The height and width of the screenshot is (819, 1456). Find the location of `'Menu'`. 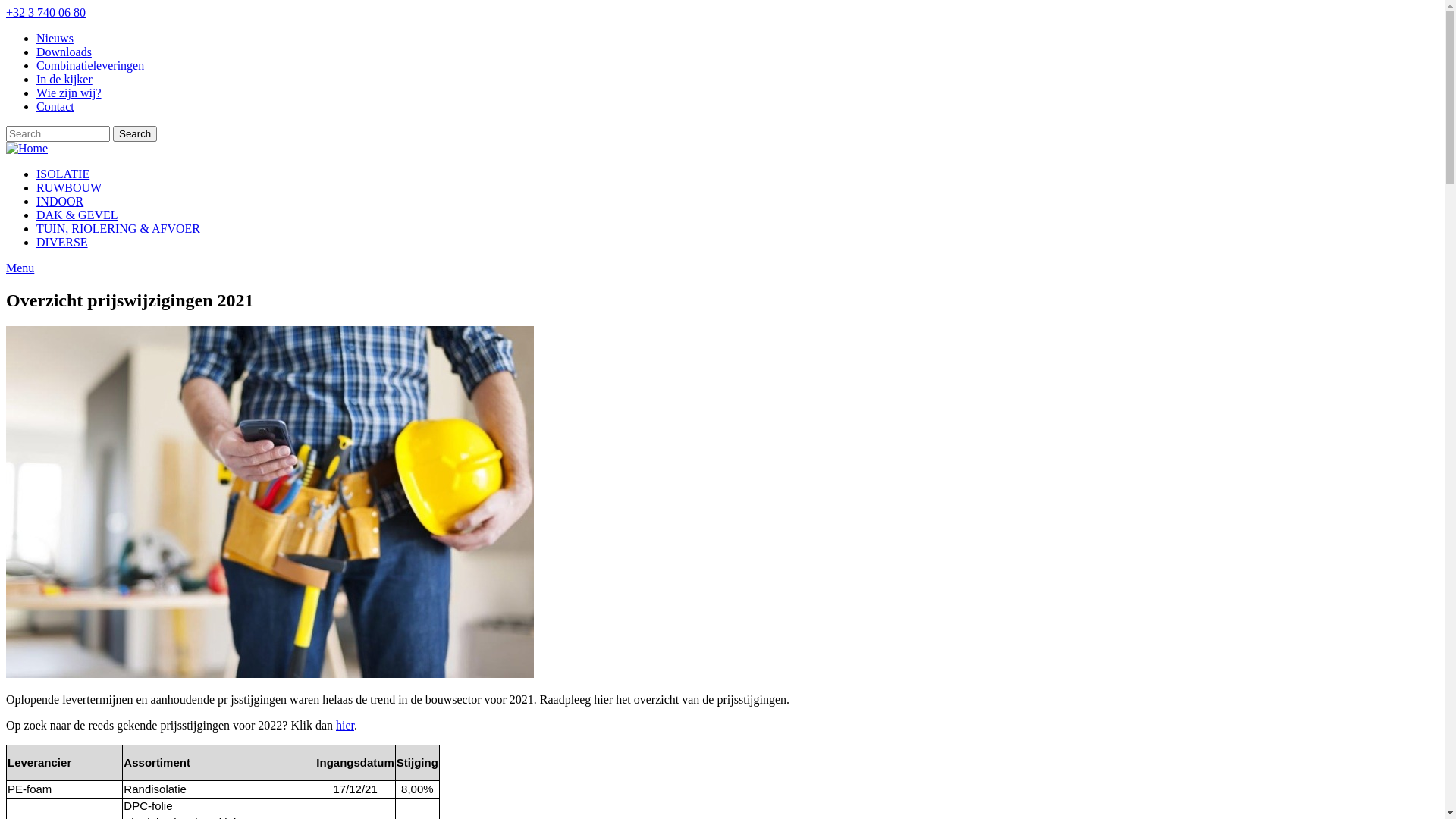

'Menu' is located at coordinates (6, 267).